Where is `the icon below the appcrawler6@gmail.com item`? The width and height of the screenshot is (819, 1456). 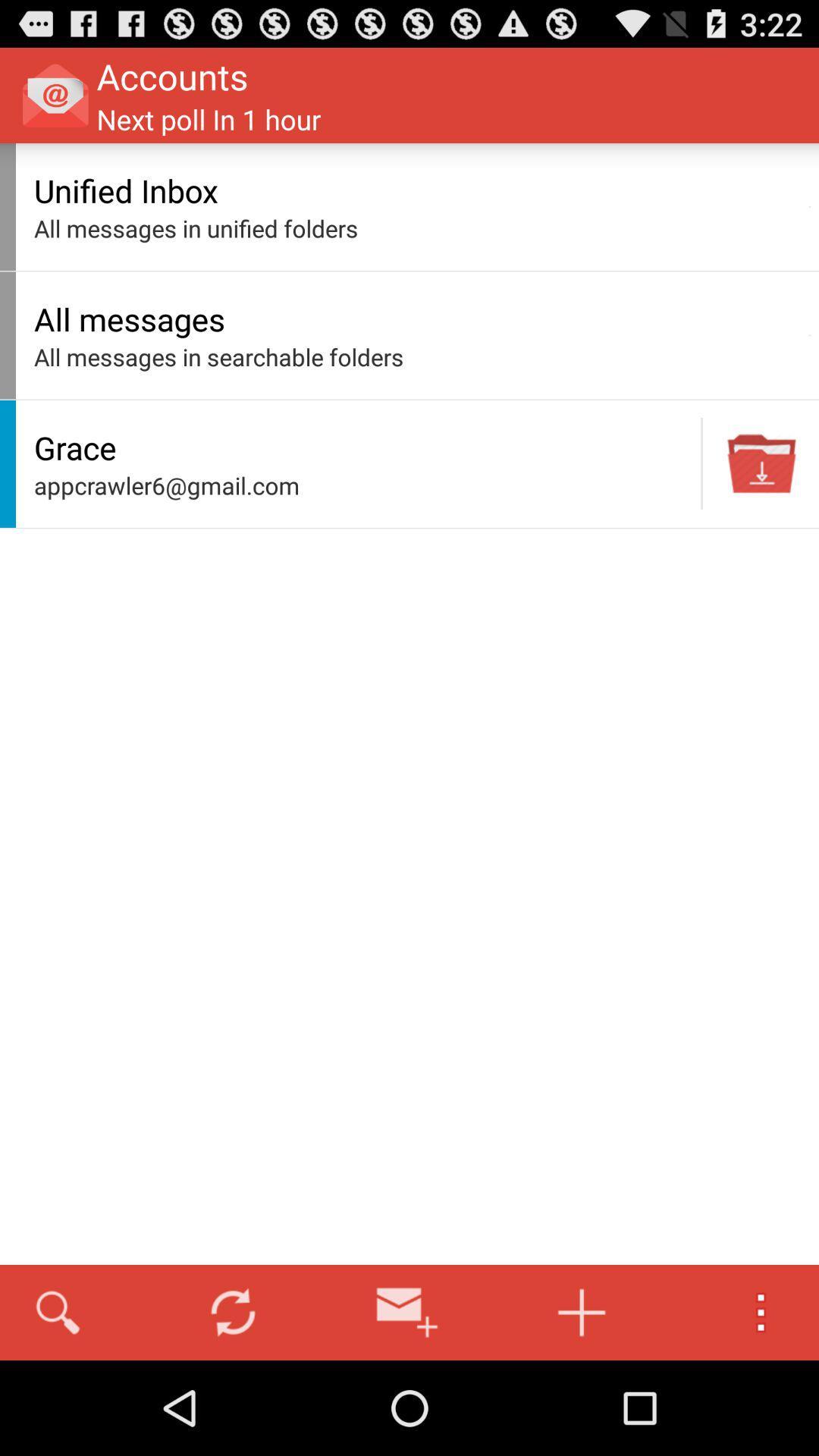
the icon below the appcrawler6@gmail.com item is located at coordinates (233, 1312).